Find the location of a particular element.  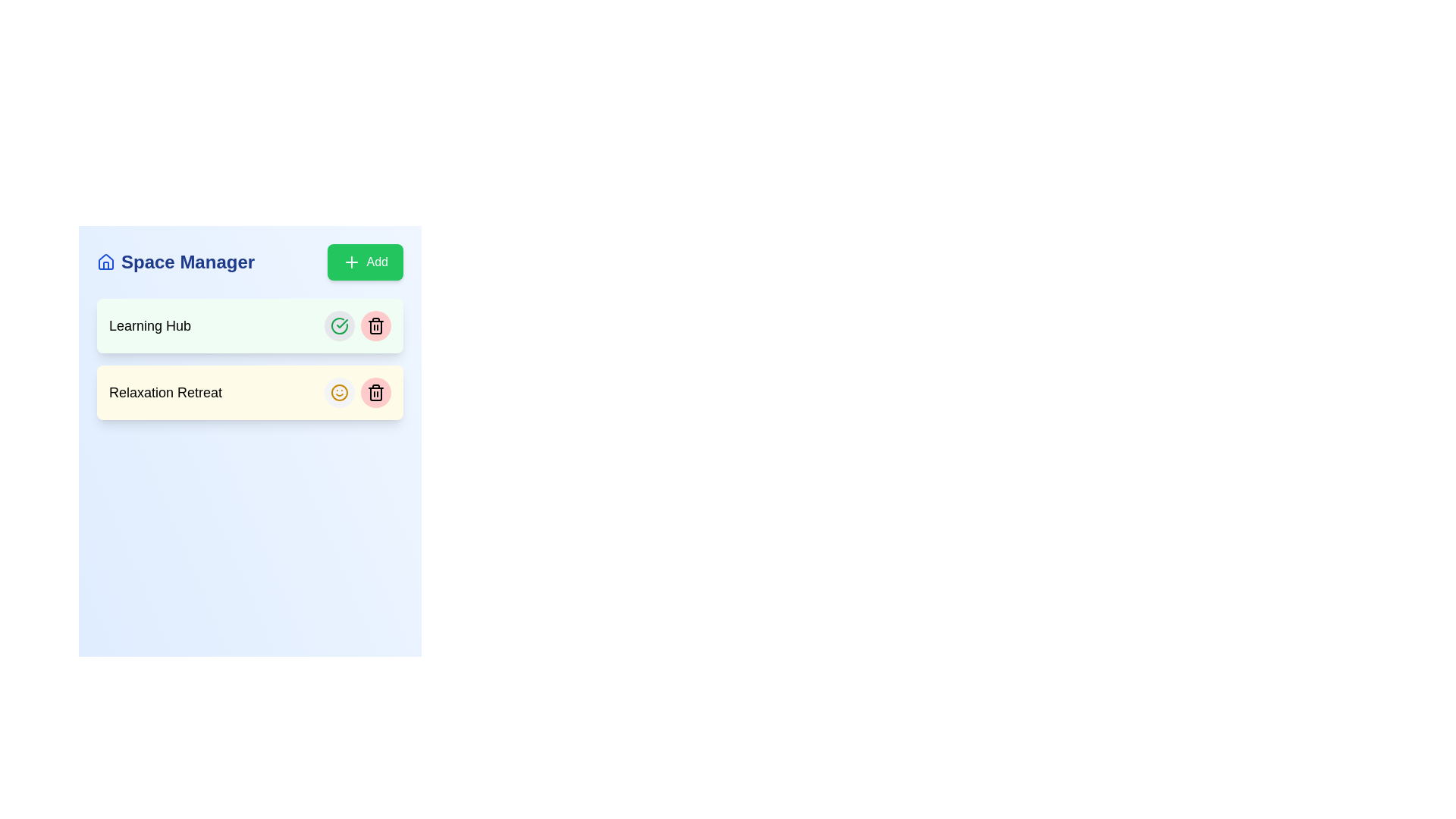

the button located on the right side of the 'Space Manager' label is located at coordinates (365, 262).